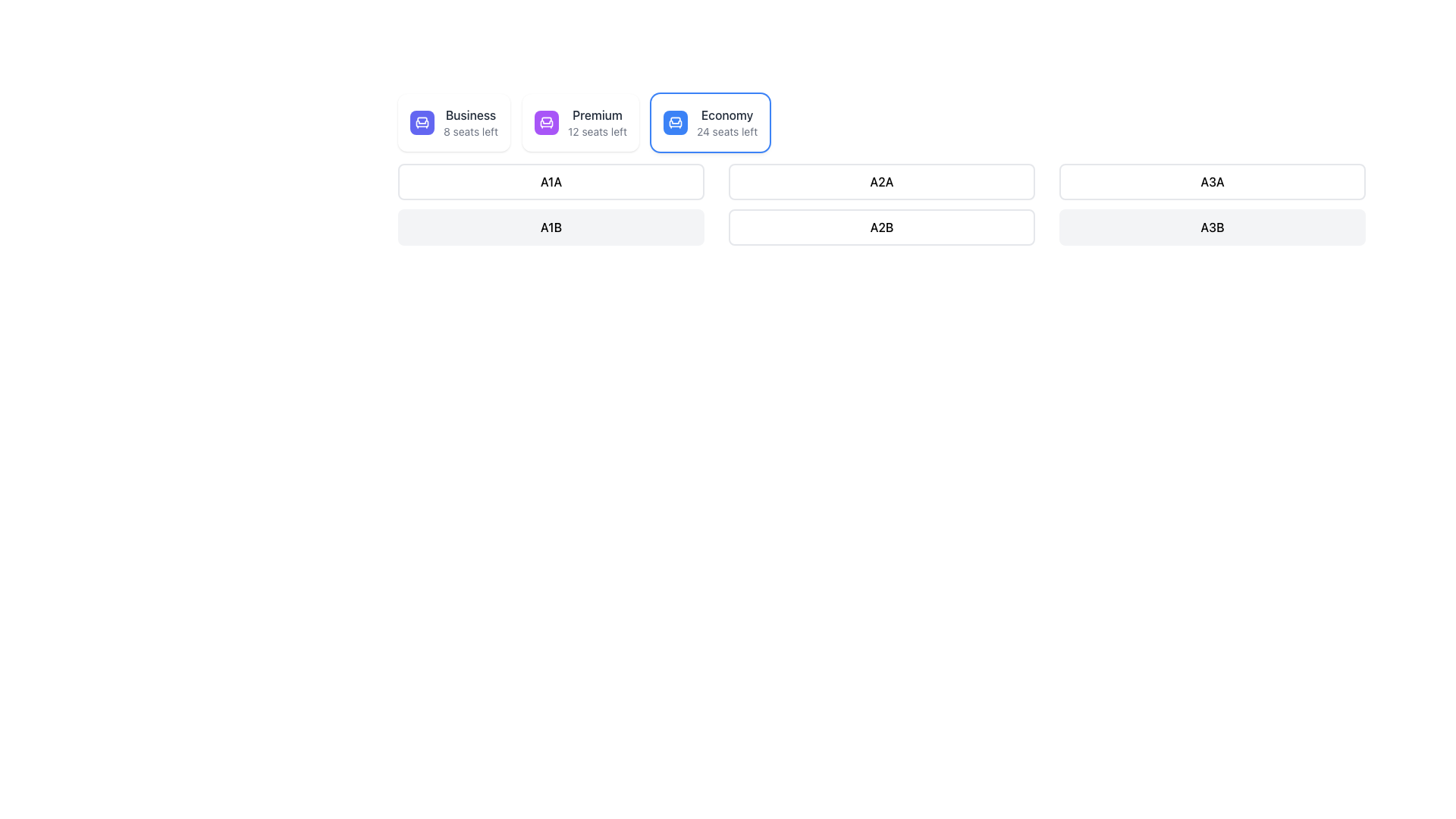 The height and width of the screenshot is (819, 1456). I want to click on the button labeled 'A1B' with a light gray background and rounded edges, positioned below the button 'A1A' in the Economy section, so click(550, 207).